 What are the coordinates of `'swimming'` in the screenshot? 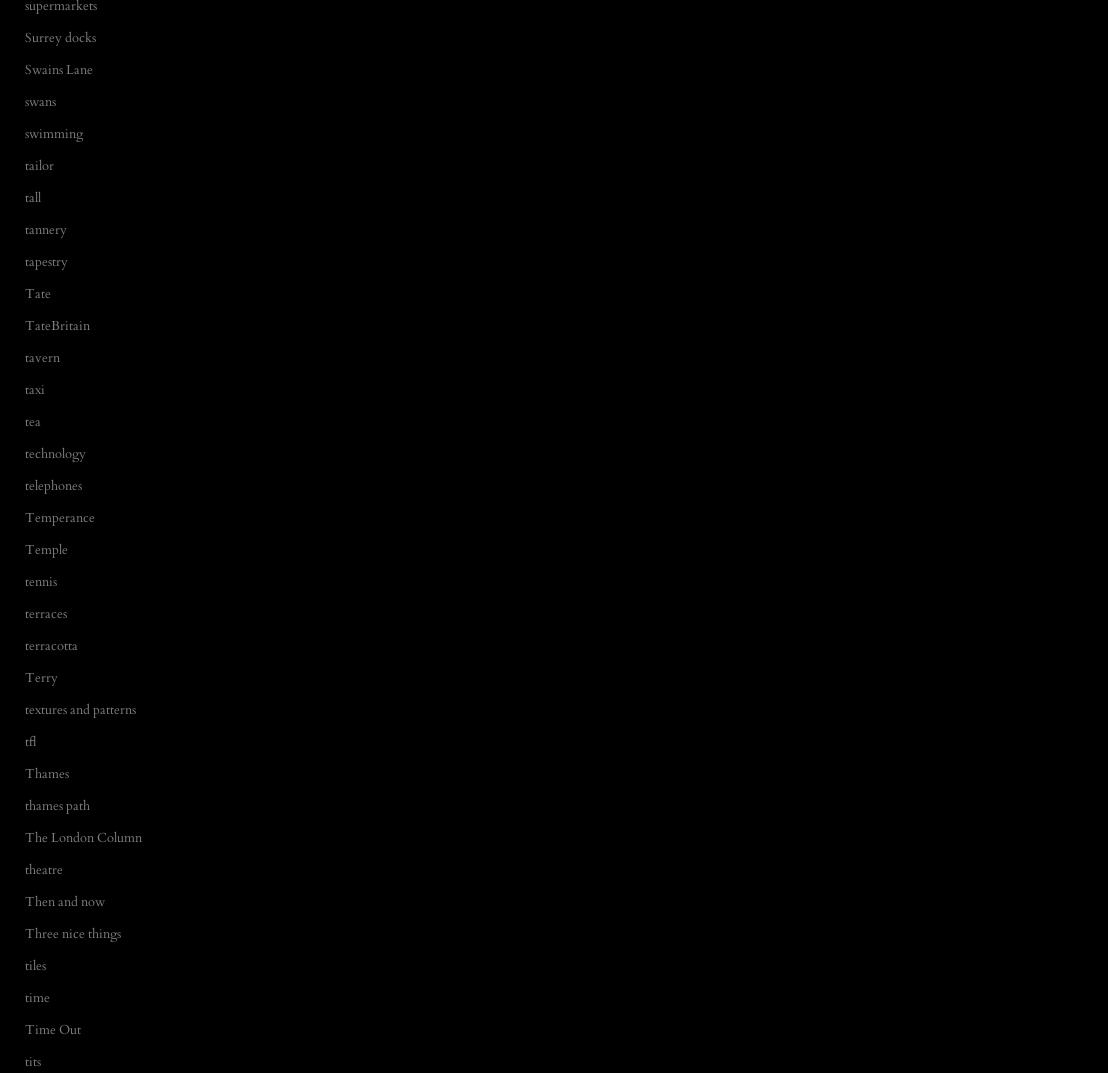 It's located at (52, 132).